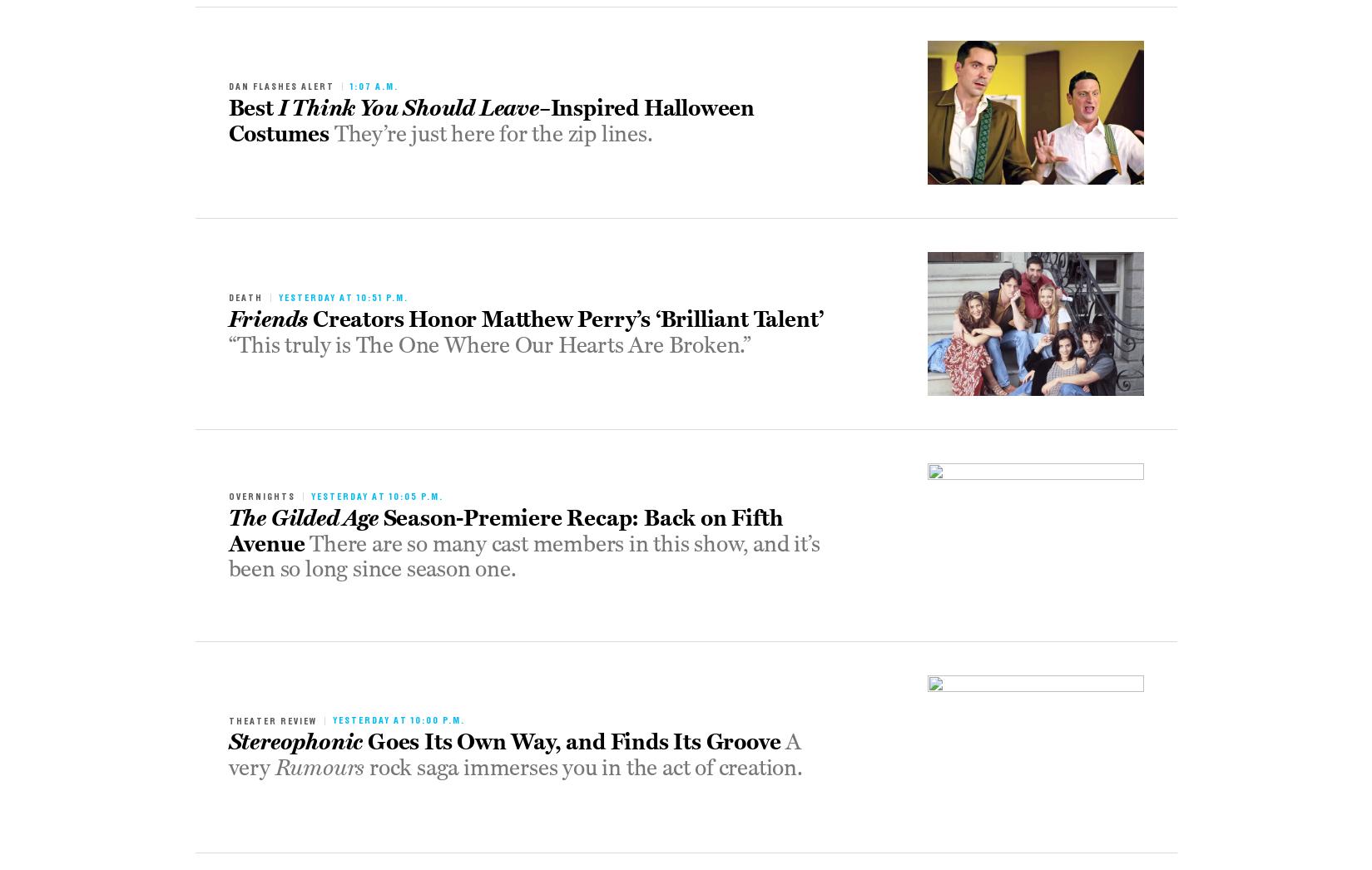 The image size is (1372, 870). Describe the element at coordinates (573, 742) in the screenshot. I see `'Goes Its Own Way, and Finds Its Groove'` at that location.